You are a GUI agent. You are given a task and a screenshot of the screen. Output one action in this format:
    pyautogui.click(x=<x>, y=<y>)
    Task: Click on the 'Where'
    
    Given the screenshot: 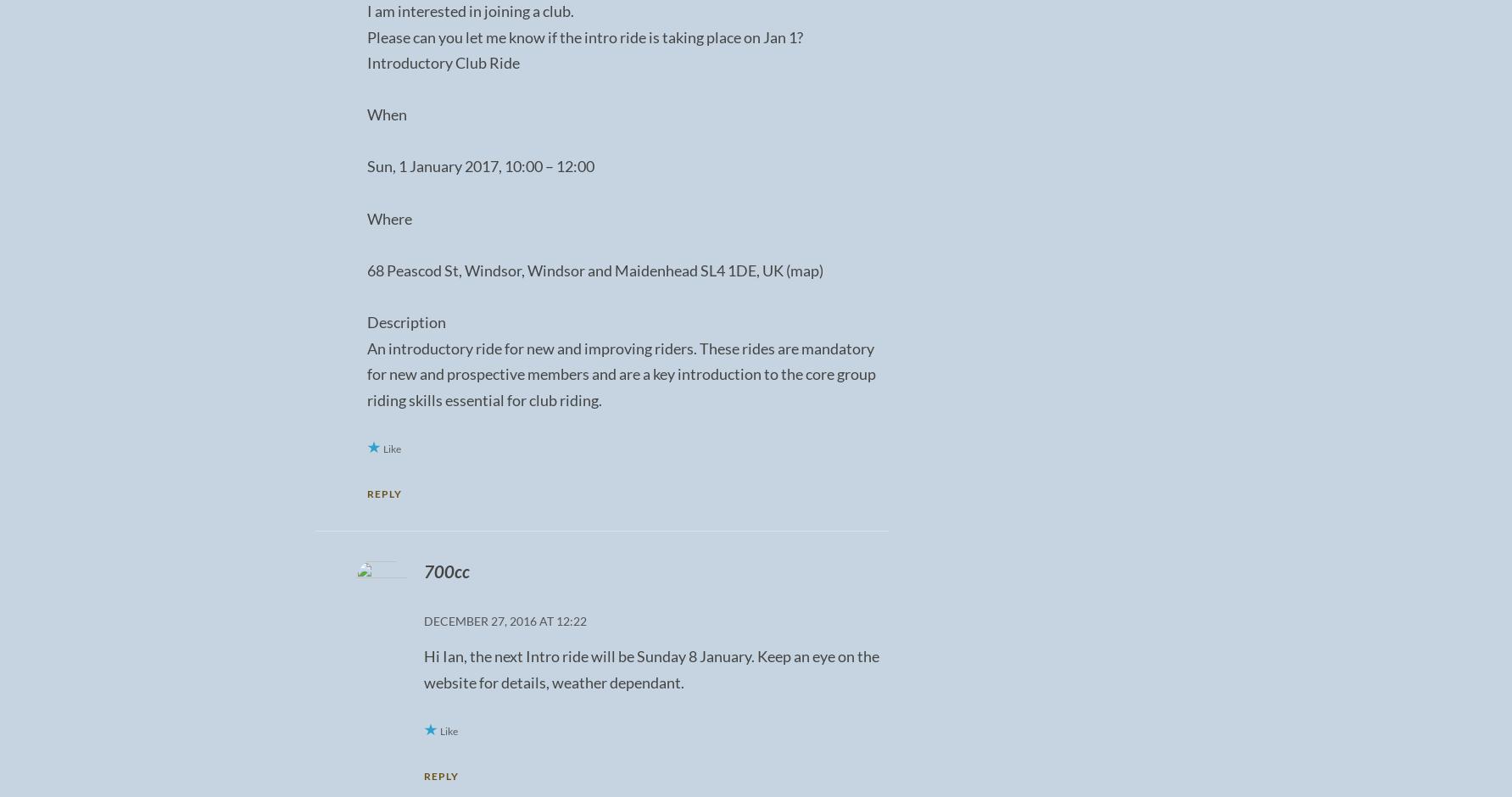 What is the action you would take?
    pyautogui.click(x=388, y=217)
    